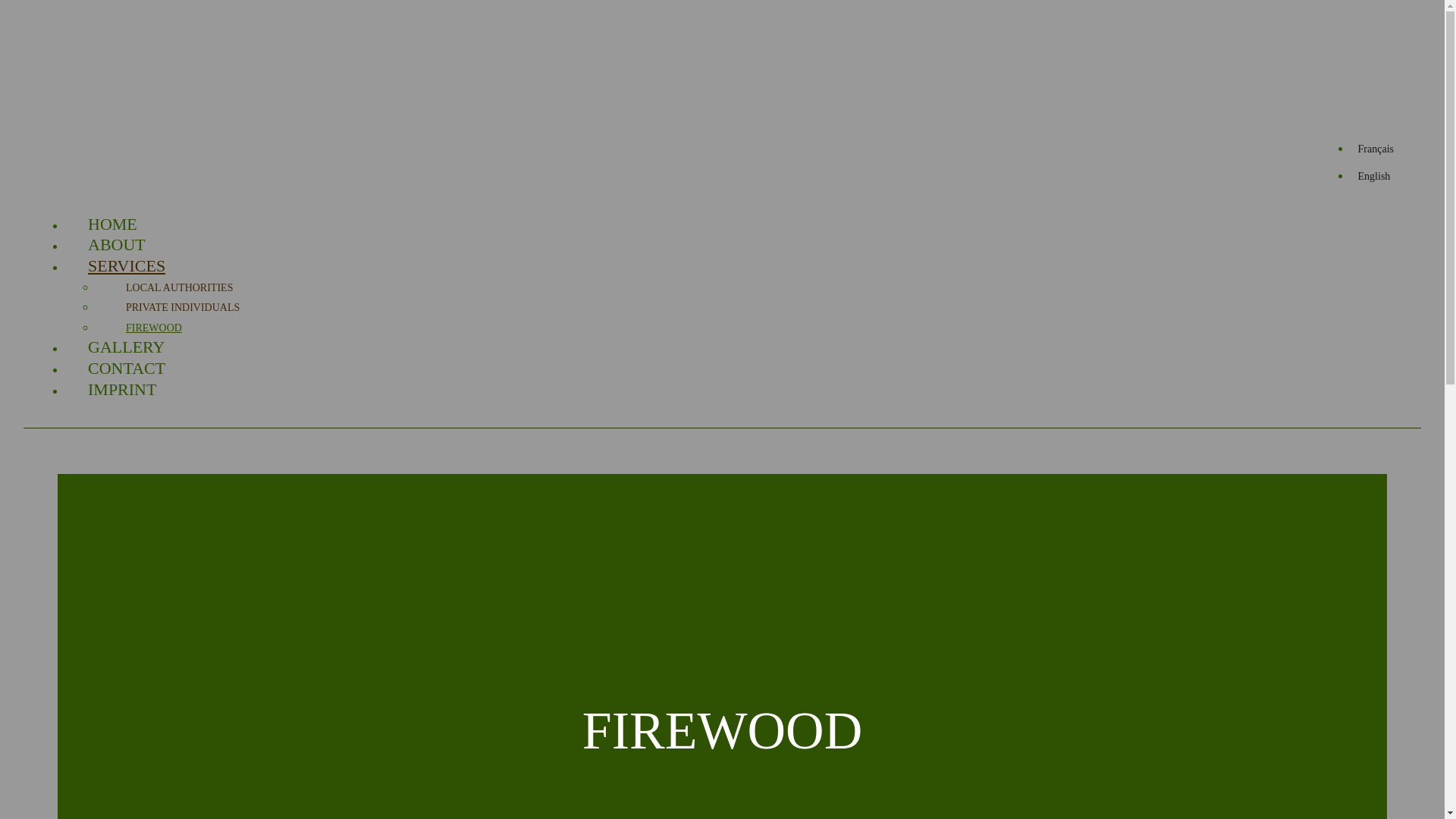  Describe the element at coordinates (1374, 175) in the screenshot. I see `'English'` at that location.